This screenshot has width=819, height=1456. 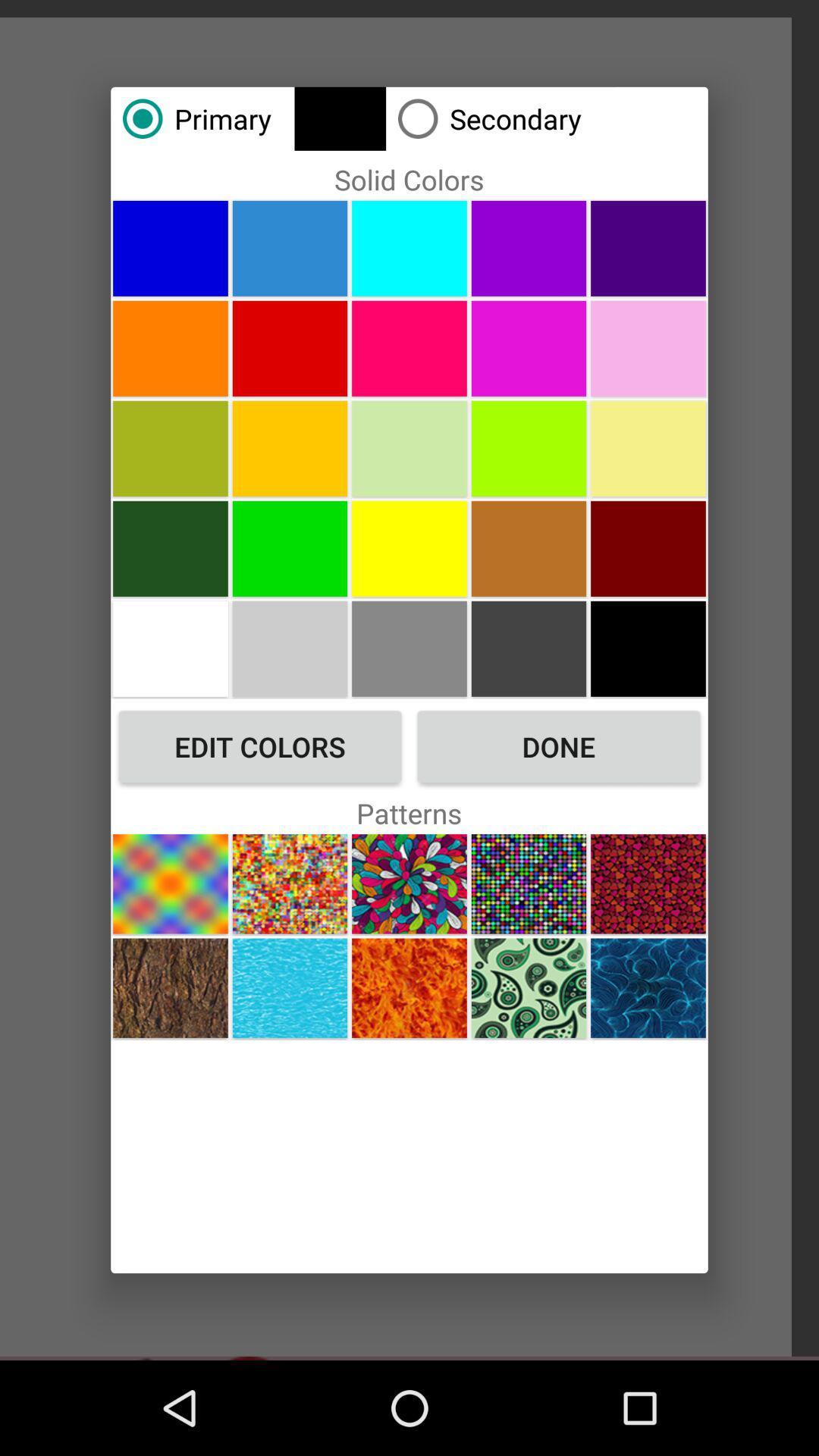 I want to click on pattern, so click(x=409, y=988).